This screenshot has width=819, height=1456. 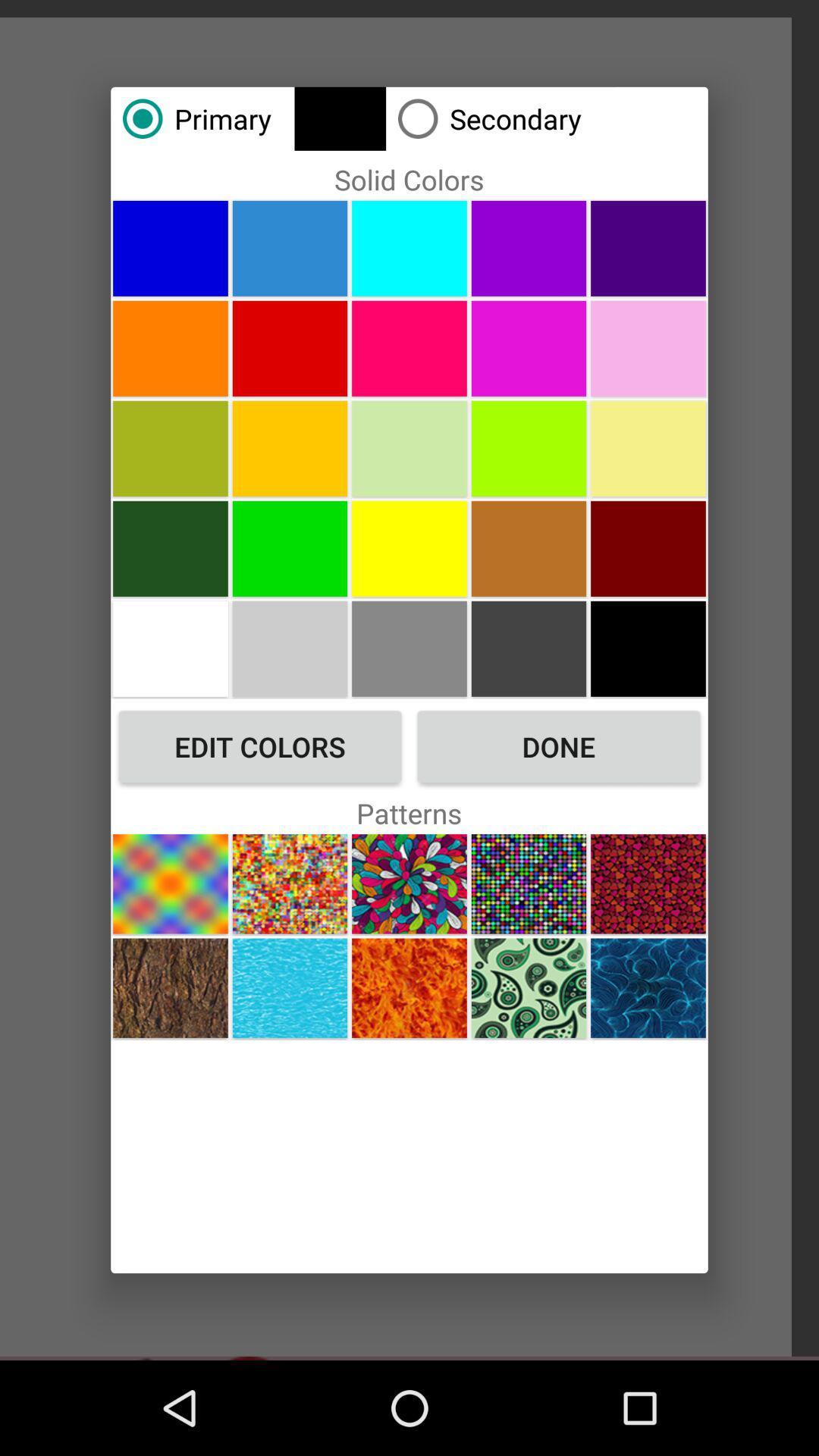 I want to click on pattern, so click(x=409, y=988).